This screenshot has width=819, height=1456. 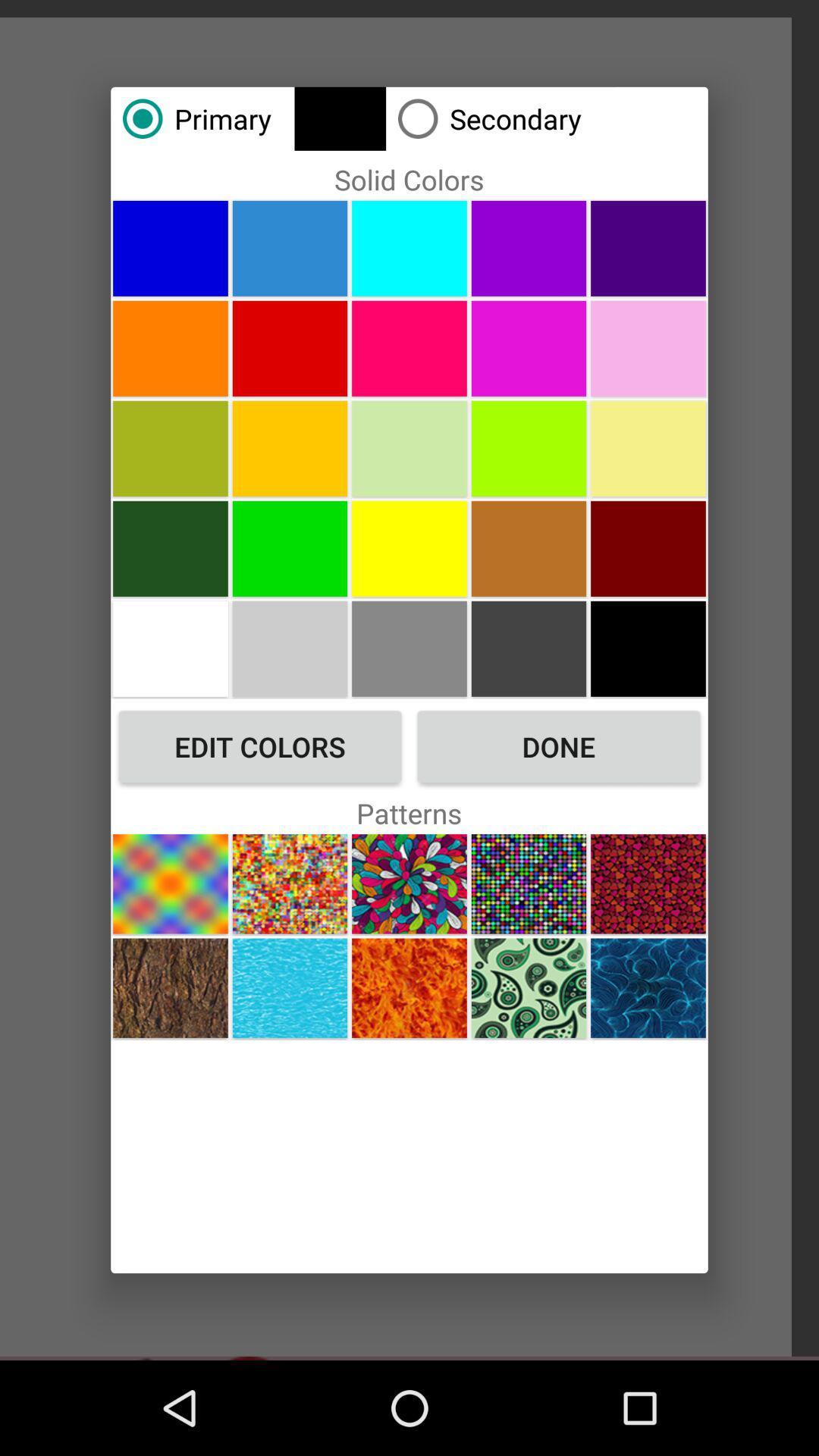 I want to click on pattern, so click(x=409, y=988).